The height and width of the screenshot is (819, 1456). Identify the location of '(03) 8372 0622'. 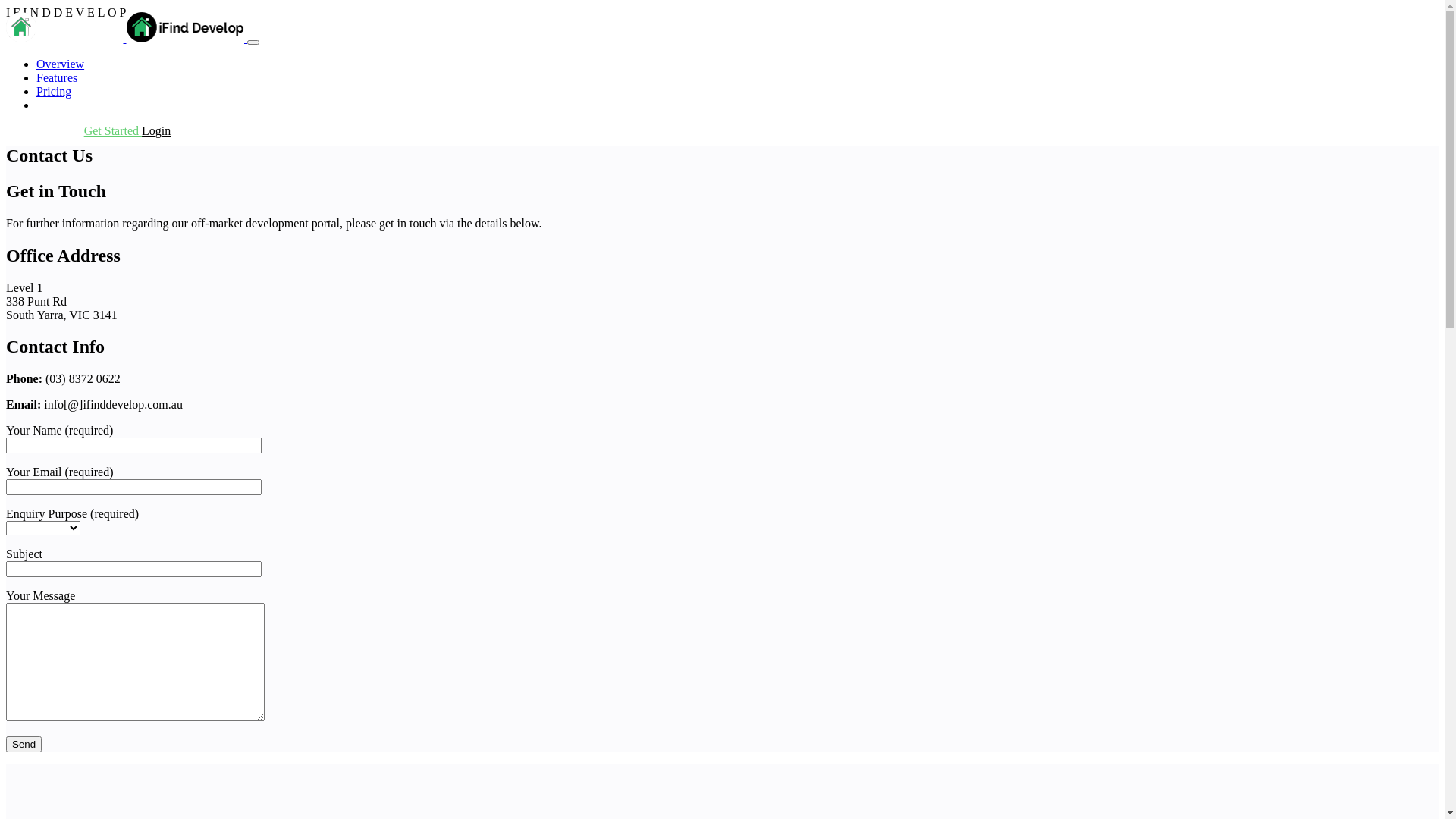
(6, 130).